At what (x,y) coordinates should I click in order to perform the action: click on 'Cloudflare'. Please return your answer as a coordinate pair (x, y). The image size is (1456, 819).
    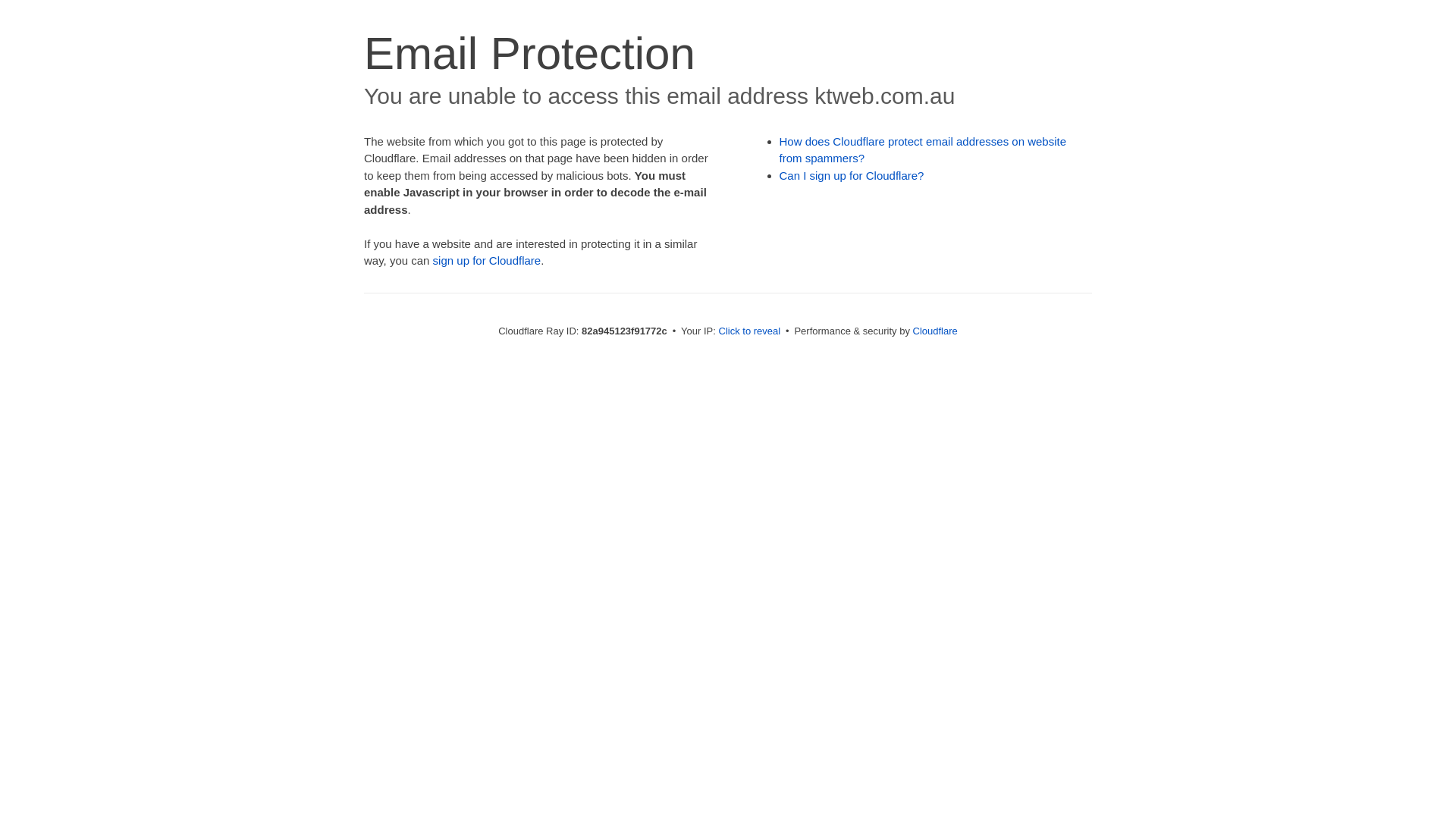
    Looking at the image, I should click on (912, 330).